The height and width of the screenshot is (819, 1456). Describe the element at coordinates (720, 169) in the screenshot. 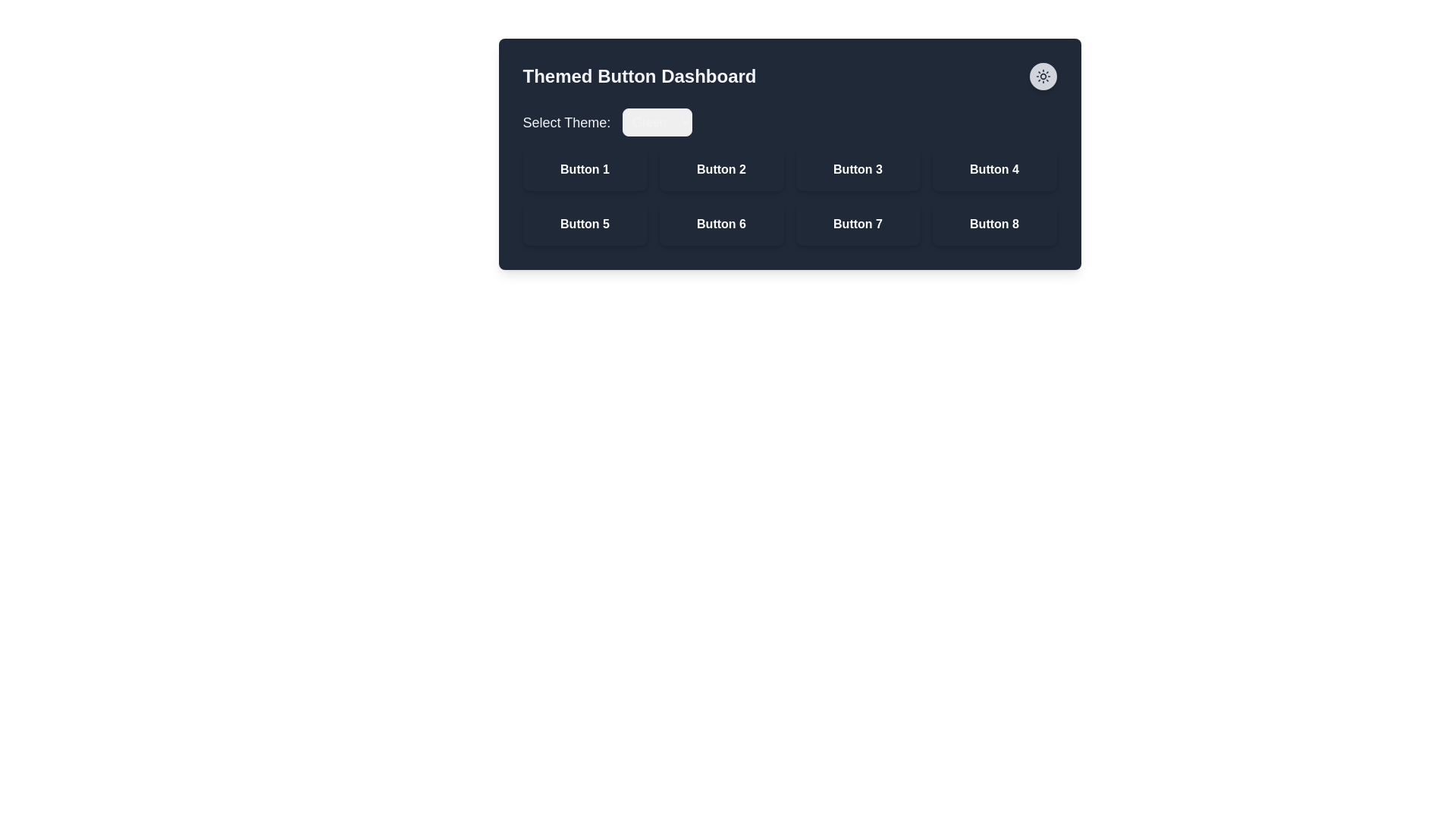

I see `the interactive button located in the upper row of a 2x4 grid` at that location.